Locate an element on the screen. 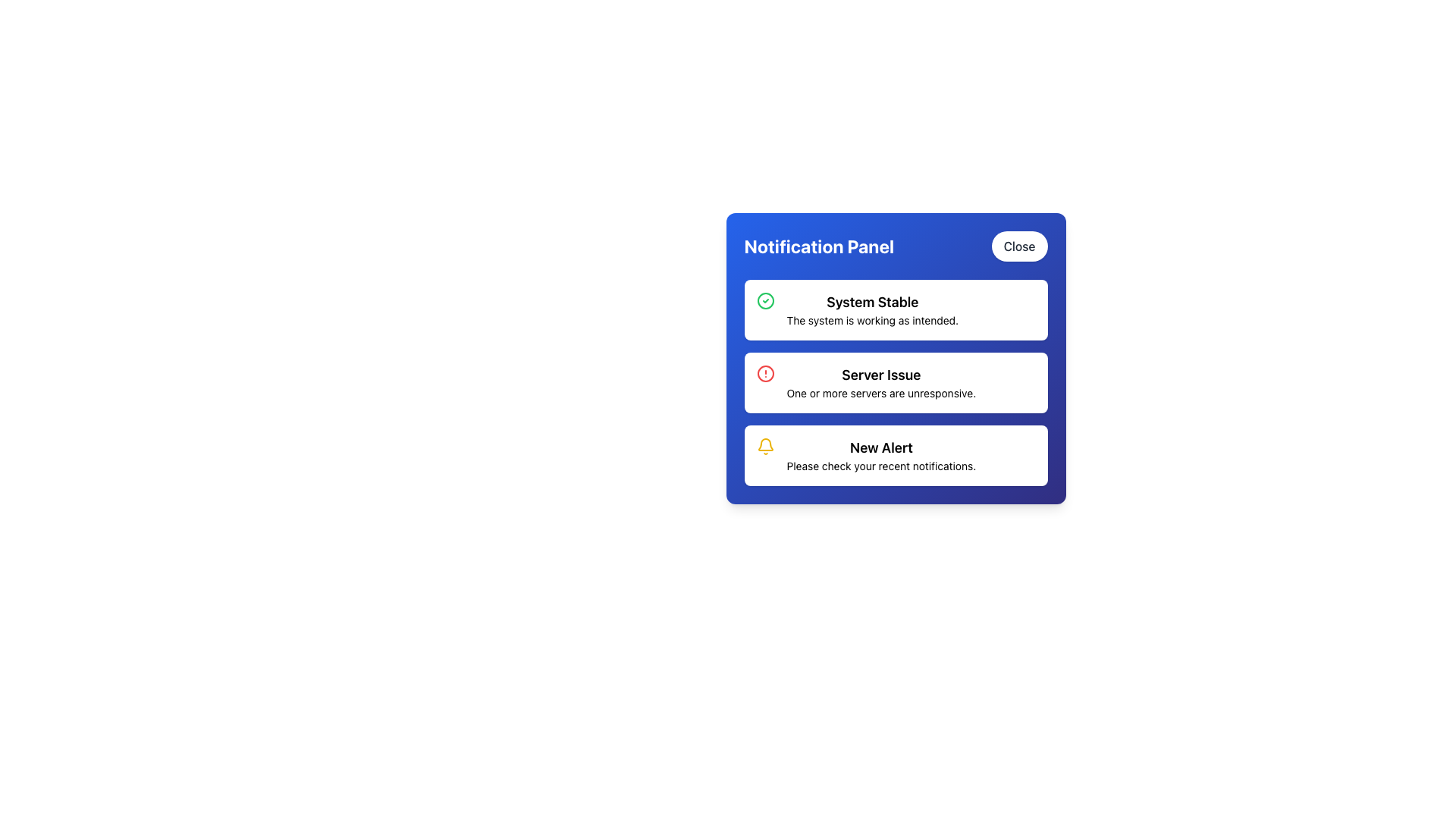 This screenshot has height=819, width=1456. the validation status represented by the 'System Stable' icon located to the left of the text in the notification panel is located at coordinates (765, 301).